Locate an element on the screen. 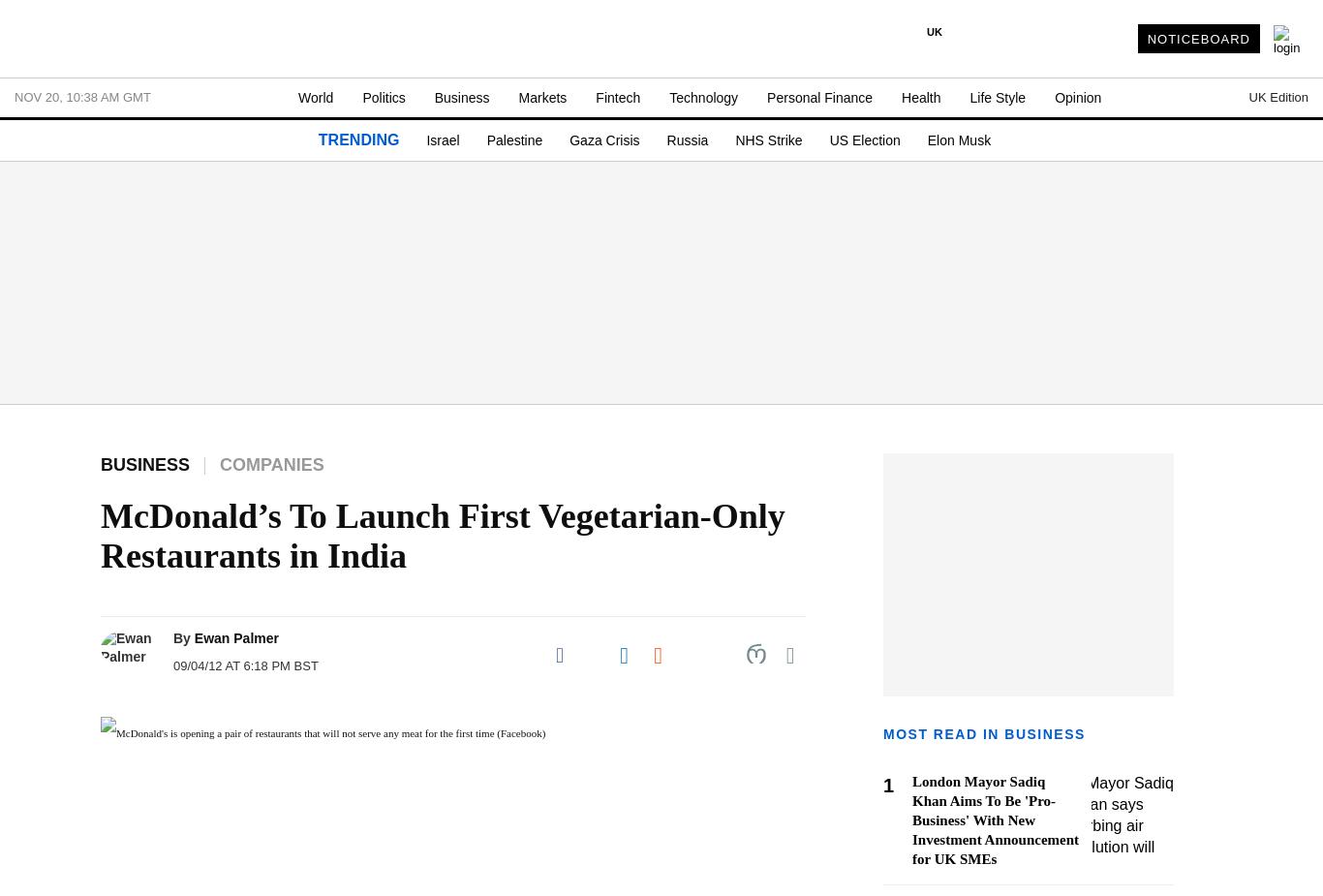  'McDonald’s To Launch First Vegetarian-Only Restaurants  in India' is located at coordinates (443, 535).